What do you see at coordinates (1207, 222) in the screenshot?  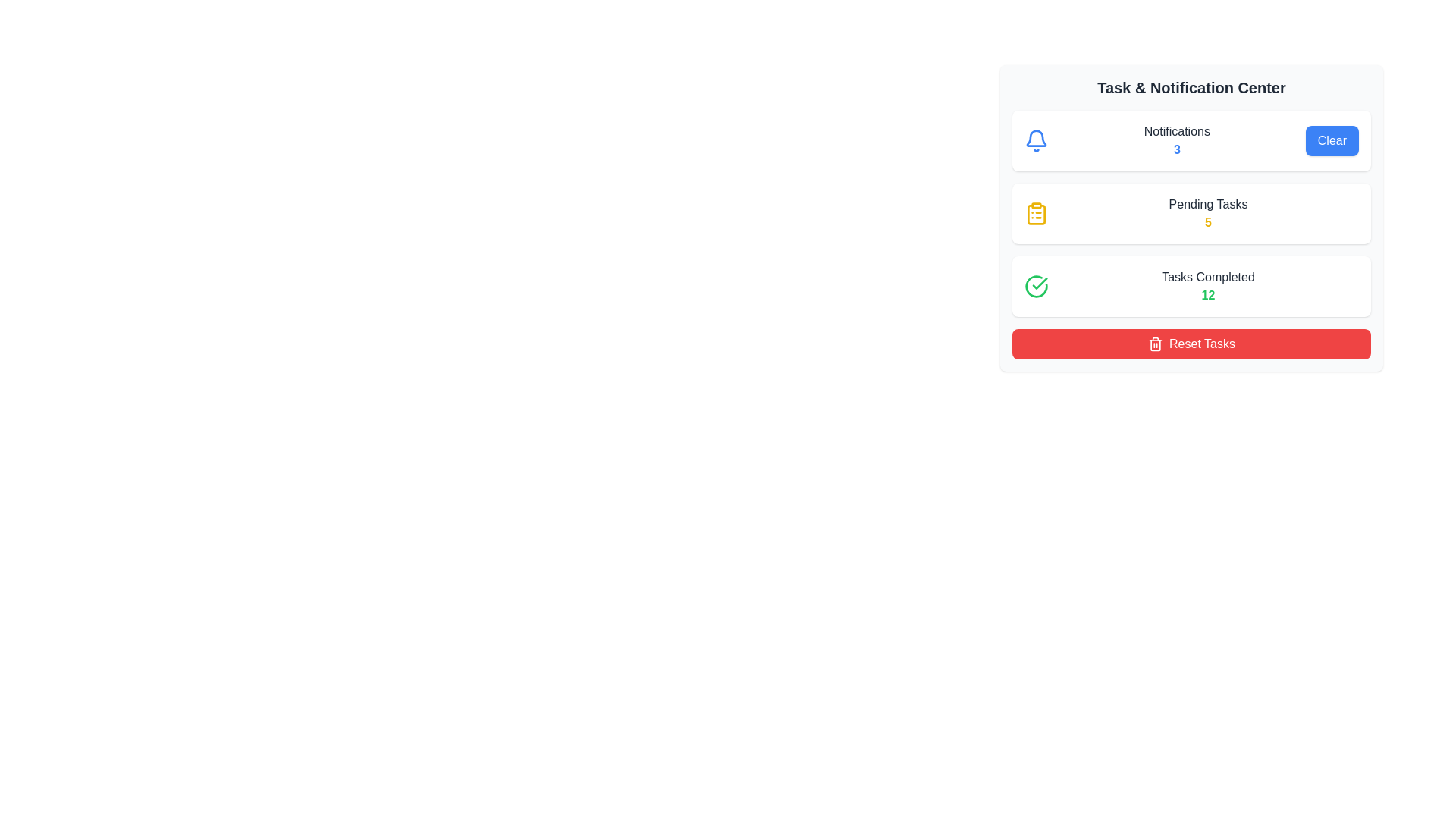 I see `the Text Label that visually represents the quantity of pending tasks in the 'Pending Tasks' section, positioned immediately to the right of 'Pending Tasks'` at bounding box center [1207, 222].